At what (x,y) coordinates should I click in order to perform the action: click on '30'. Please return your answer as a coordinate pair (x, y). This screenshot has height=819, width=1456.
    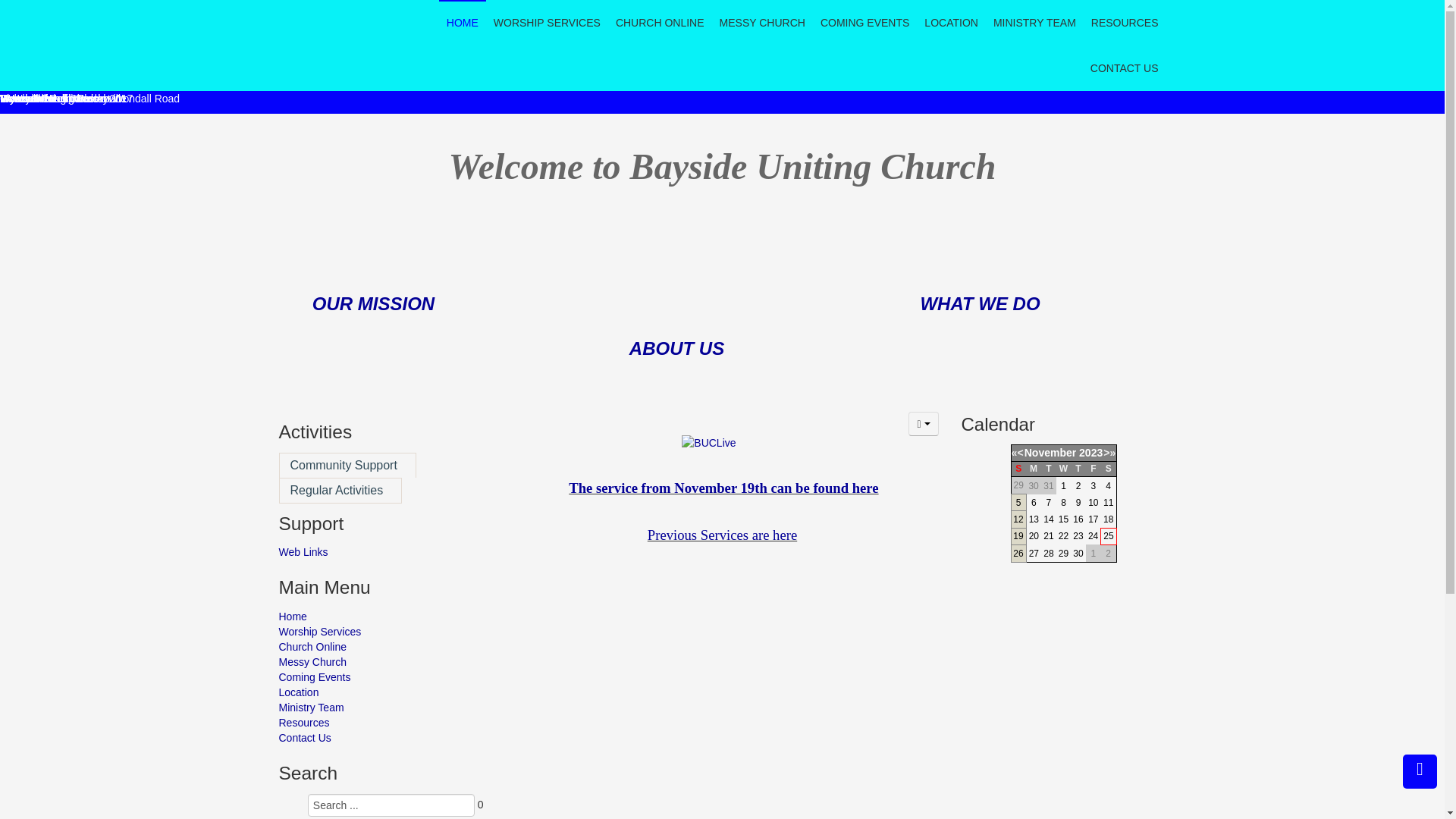
    Looking at the image, I should click on (1077, 553).